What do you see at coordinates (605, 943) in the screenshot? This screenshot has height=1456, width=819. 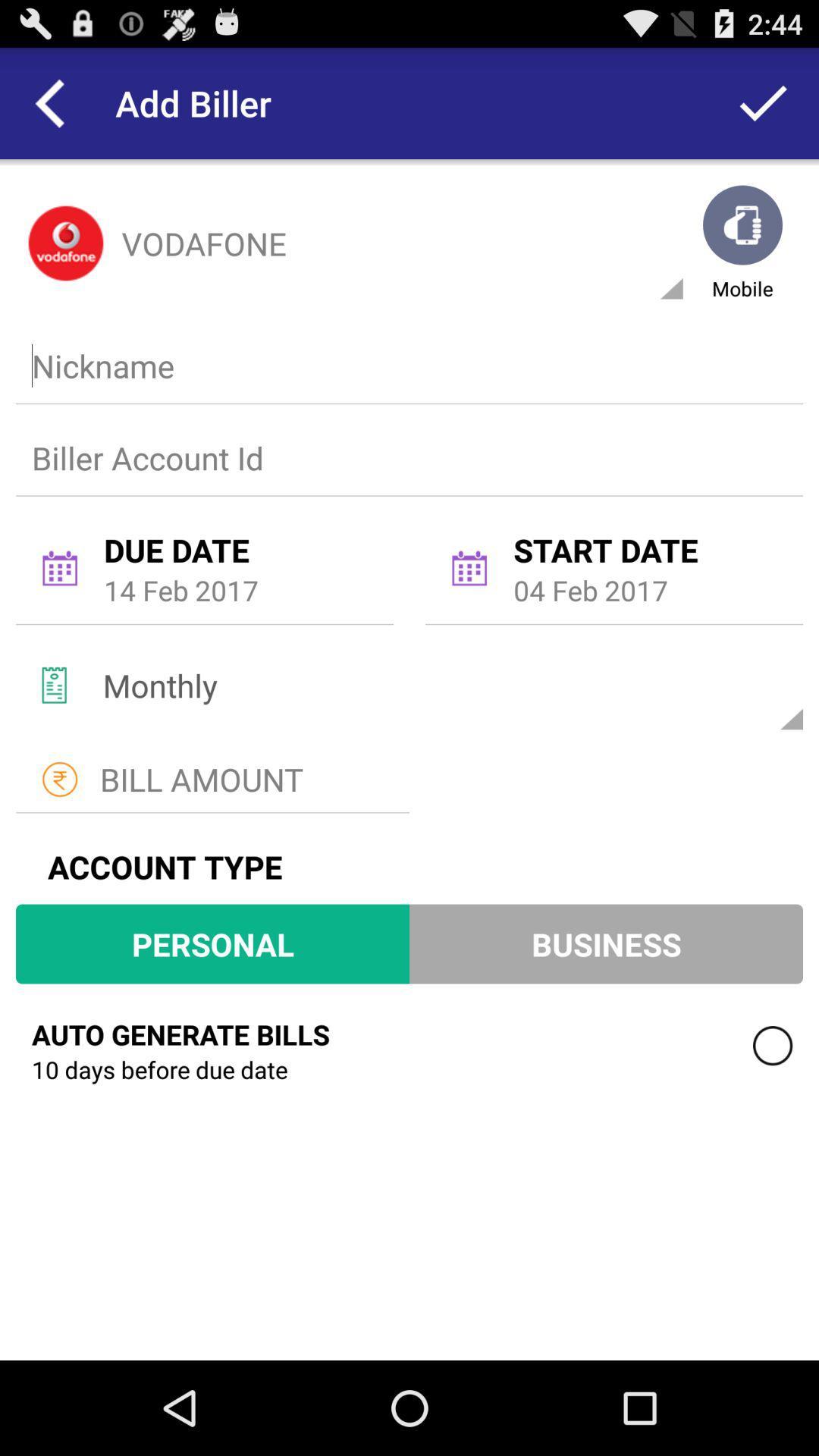 I see `item to the right of personal icon` at bounding box center [605, 943].